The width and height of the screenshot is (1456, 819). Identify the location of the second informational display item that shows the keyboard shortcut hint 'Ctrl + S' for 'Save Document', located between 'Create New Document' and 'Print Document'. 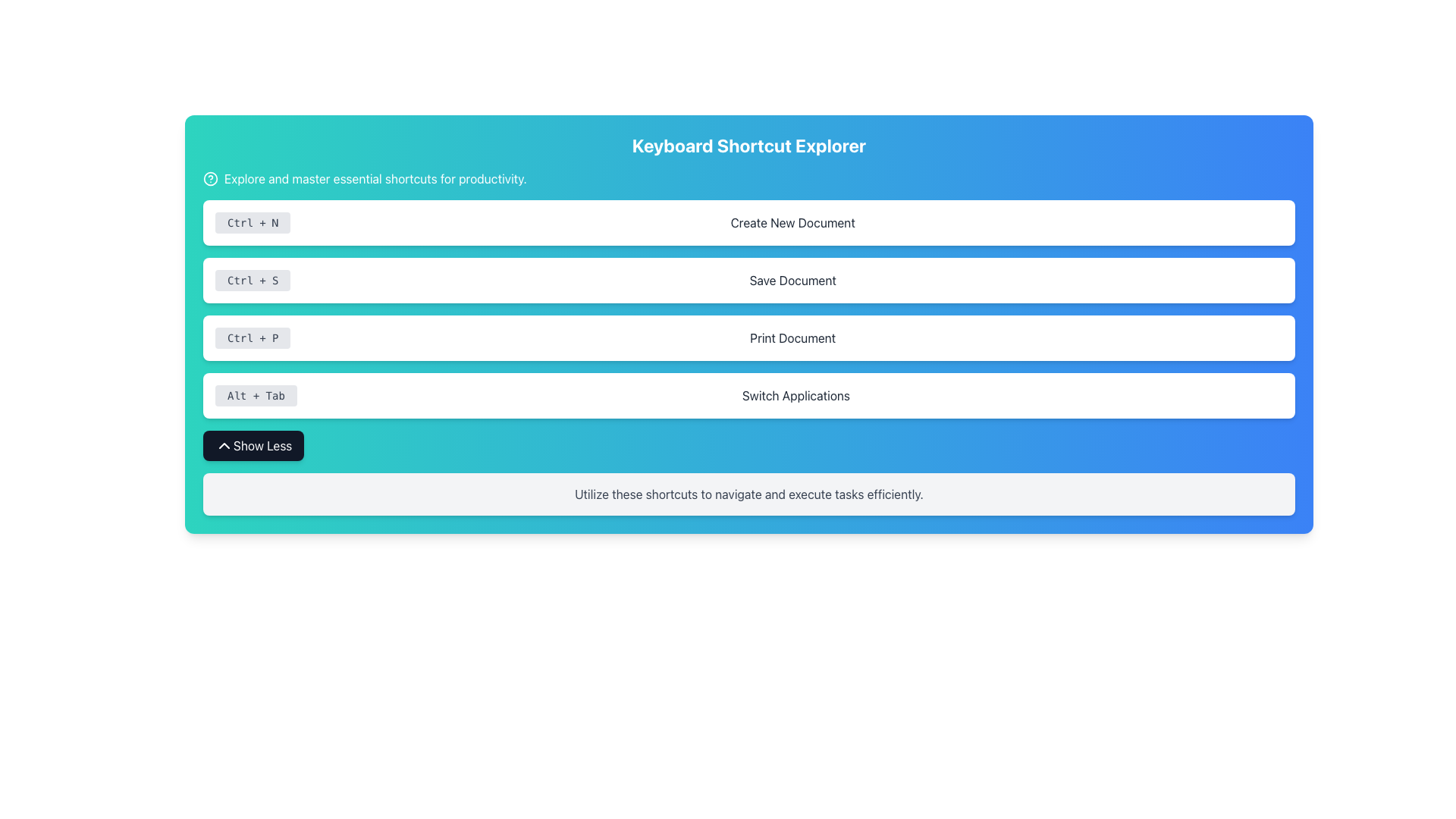
(749, 281).